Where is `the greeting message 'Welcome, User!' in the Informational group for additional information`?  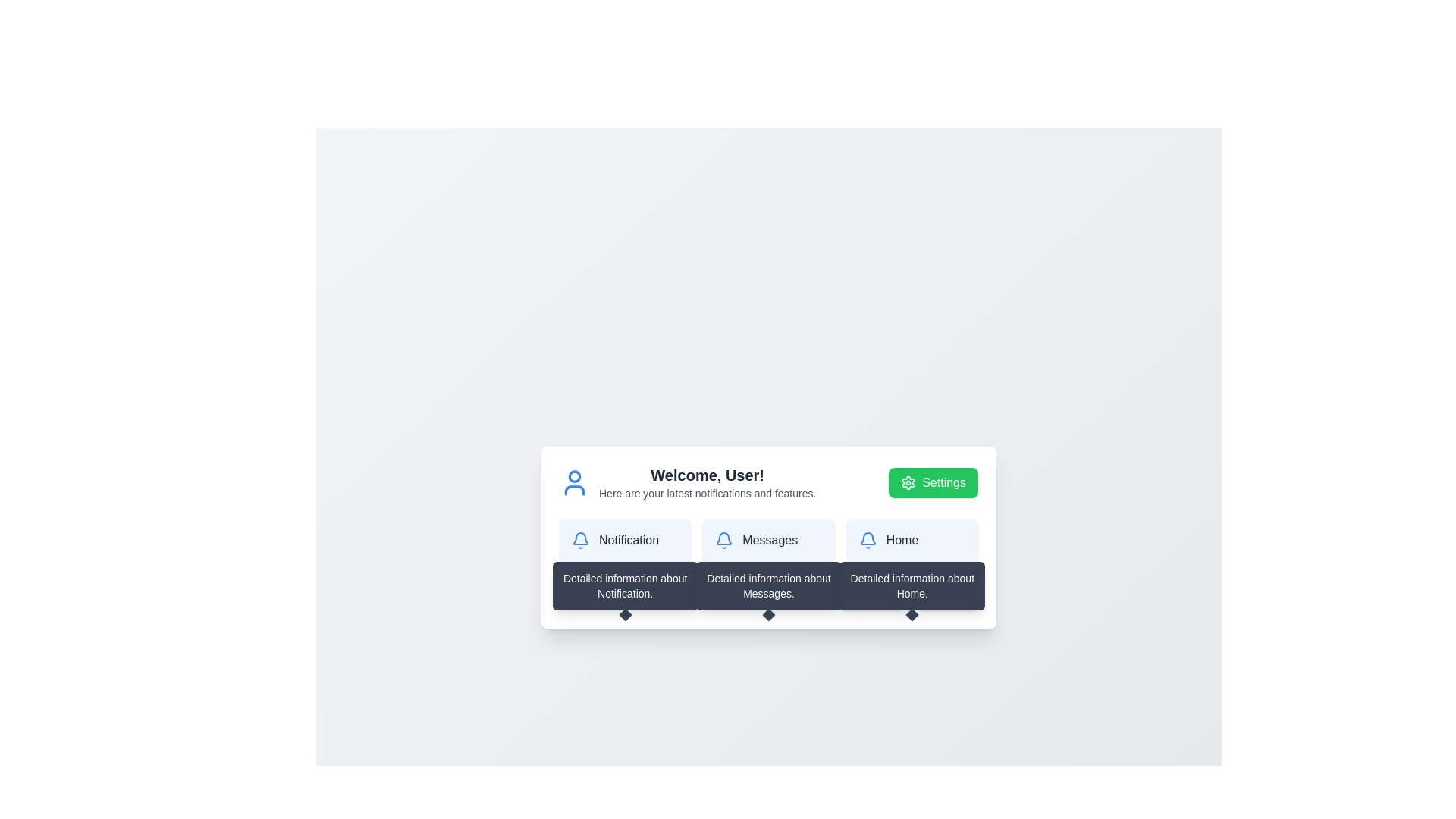
the greeting message 'Welcome, User!' in the Informational group for additional information is located at coordinates (768, 482).